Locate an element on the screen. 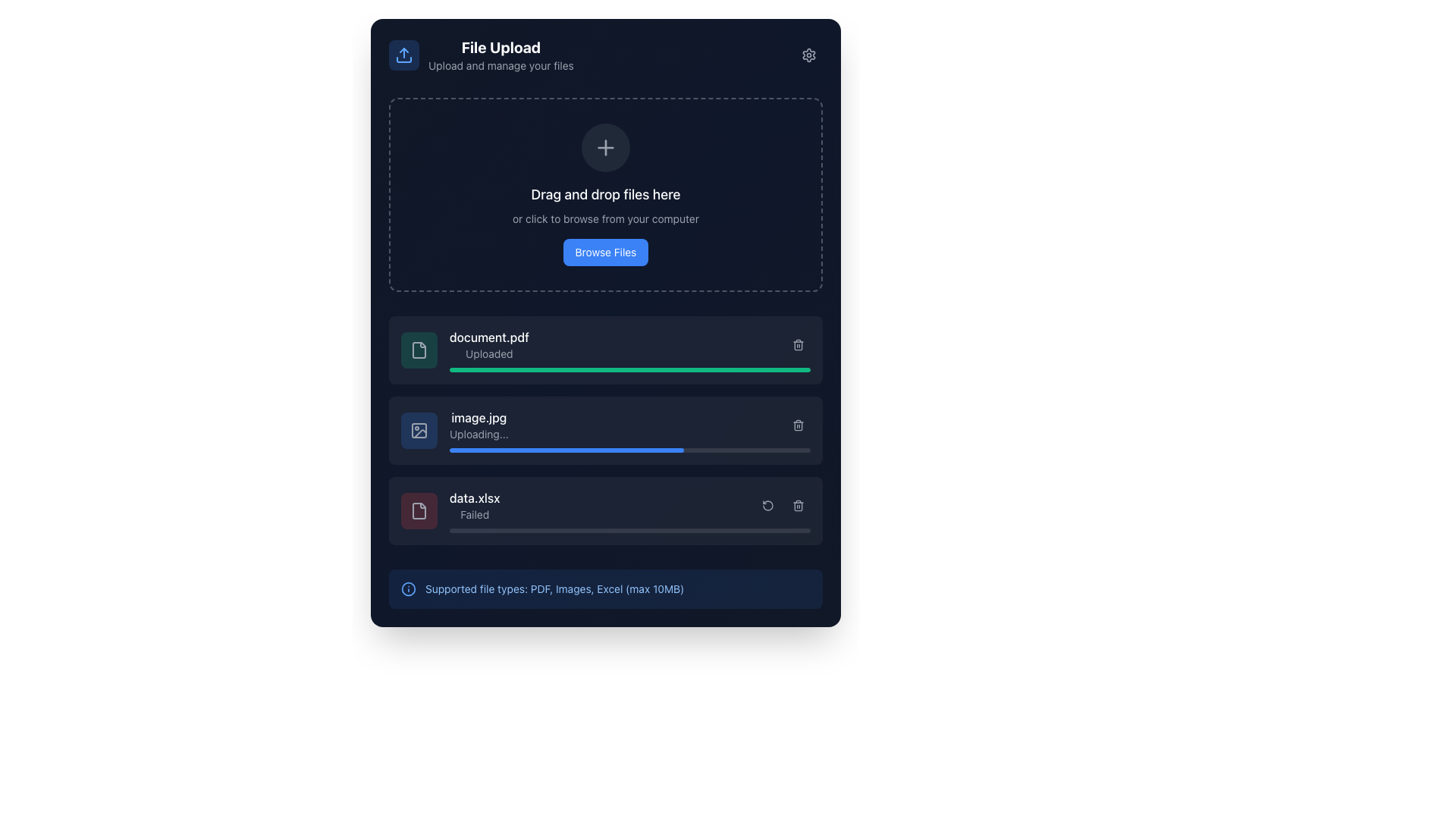 Image resolution: width=1456 pixels, height=819 pixels. the progress is located at coordinates (525, 529).